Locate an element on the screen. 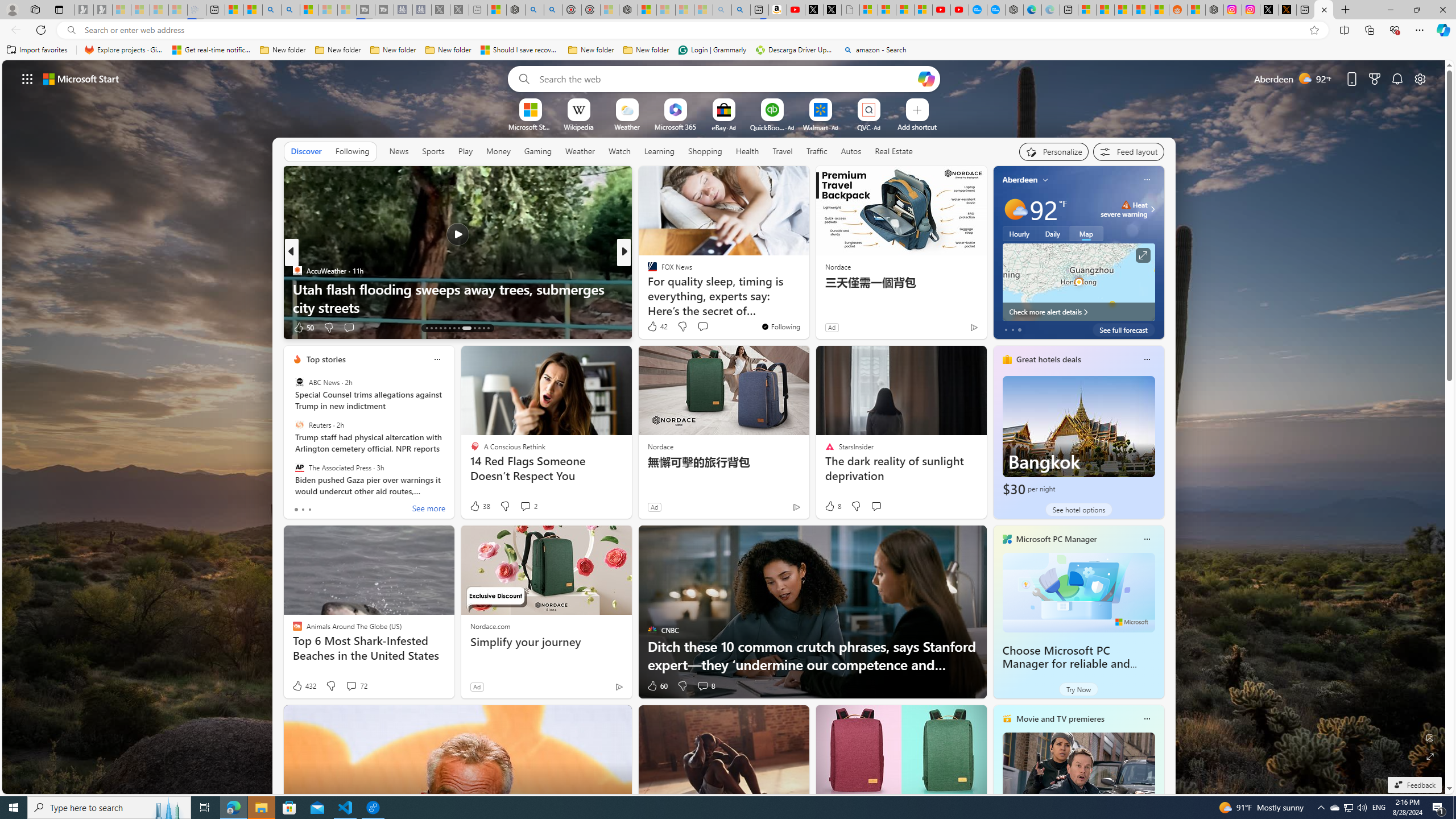  'See hotel options' is located at coordinates (1078, 510).